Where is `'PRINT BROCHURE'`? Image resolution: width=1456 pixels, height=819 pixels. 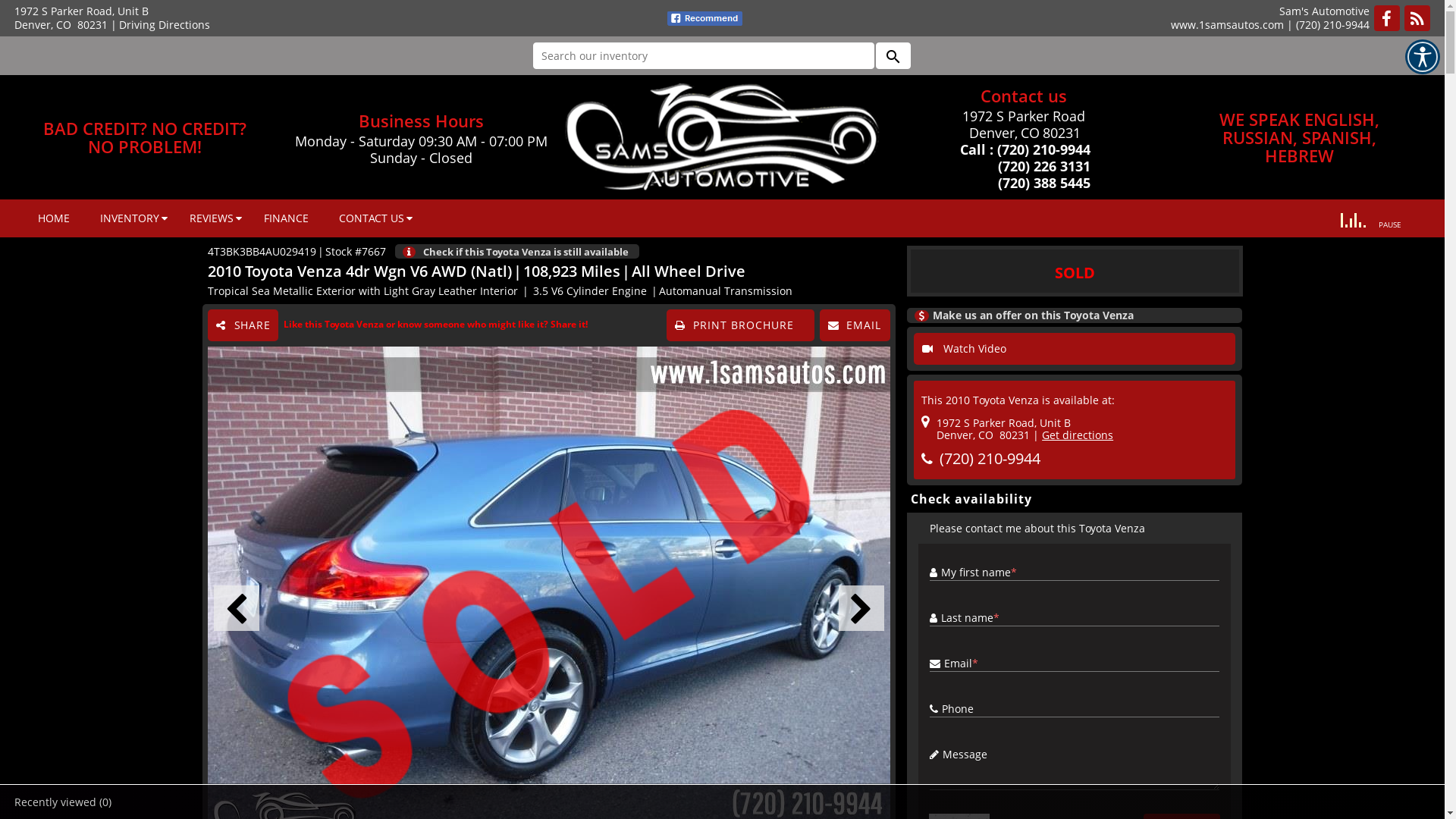 'PRINT BROCHURE' is located at coordinates (740, 324).